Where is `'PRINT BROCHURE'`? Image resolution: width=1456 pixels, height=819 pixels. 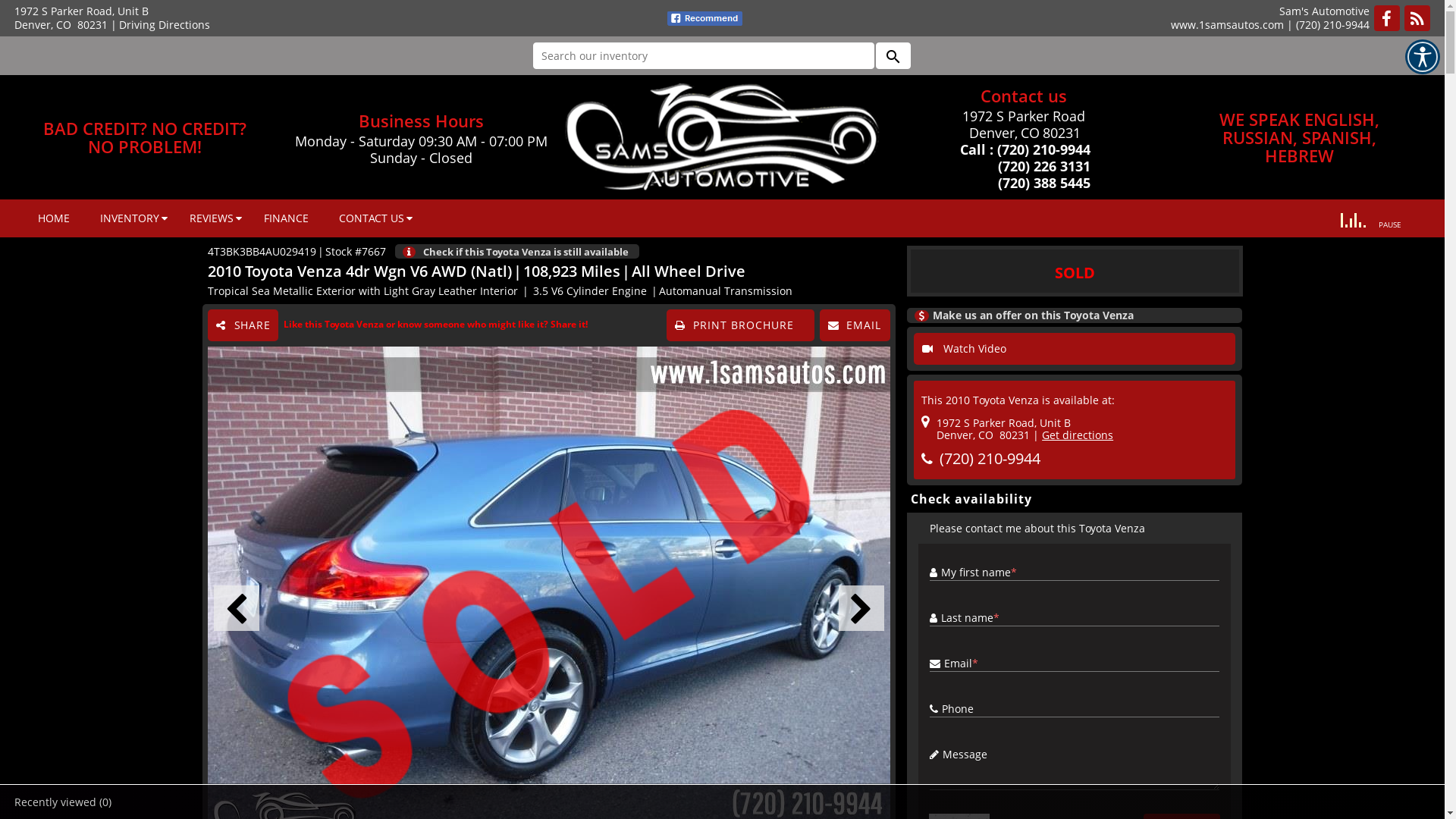 'PRINT BROCHURE' is located at coordinates (740, 324).